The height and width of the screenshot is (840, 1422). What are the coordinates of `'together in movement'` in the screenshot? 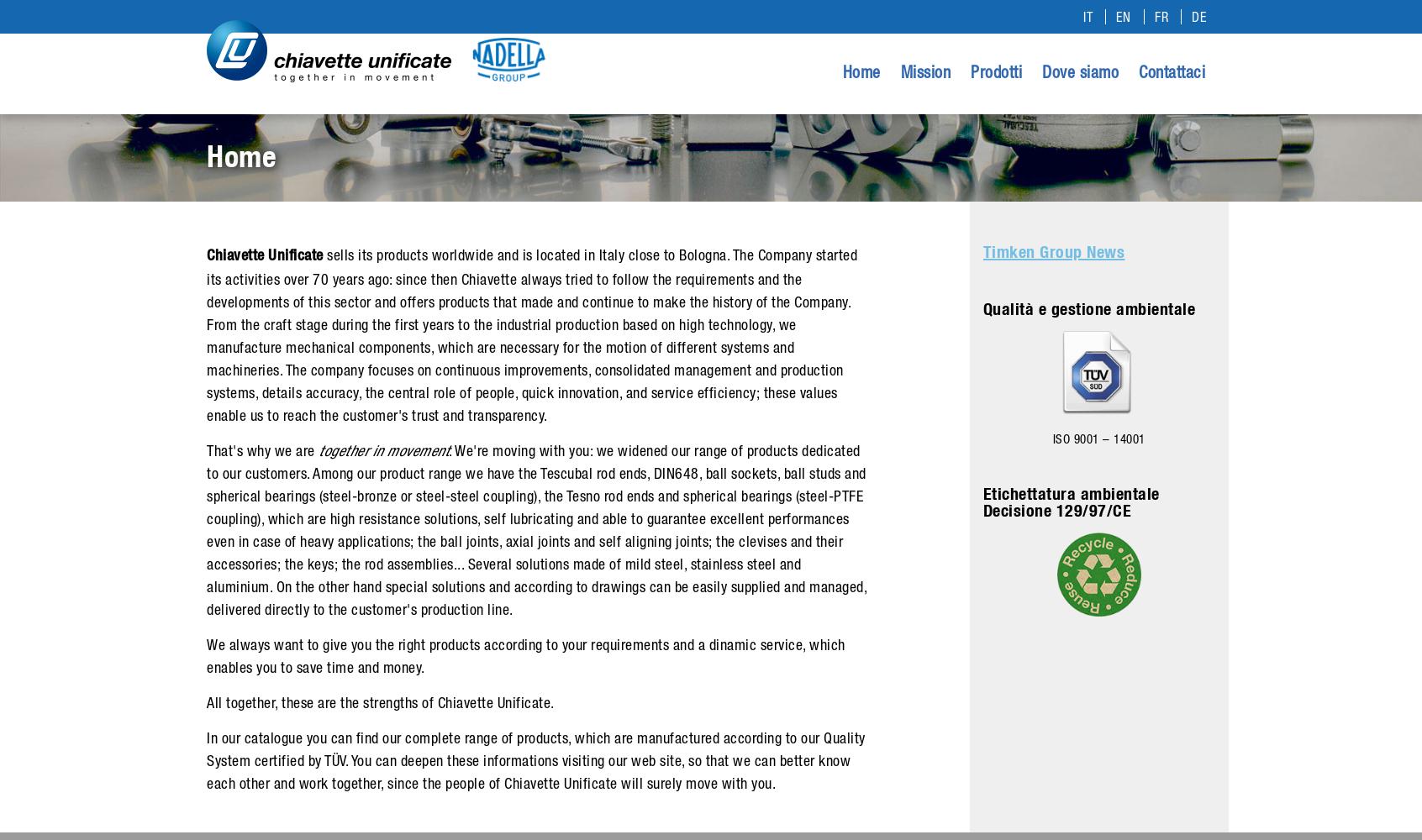 It's located at (382, 450).